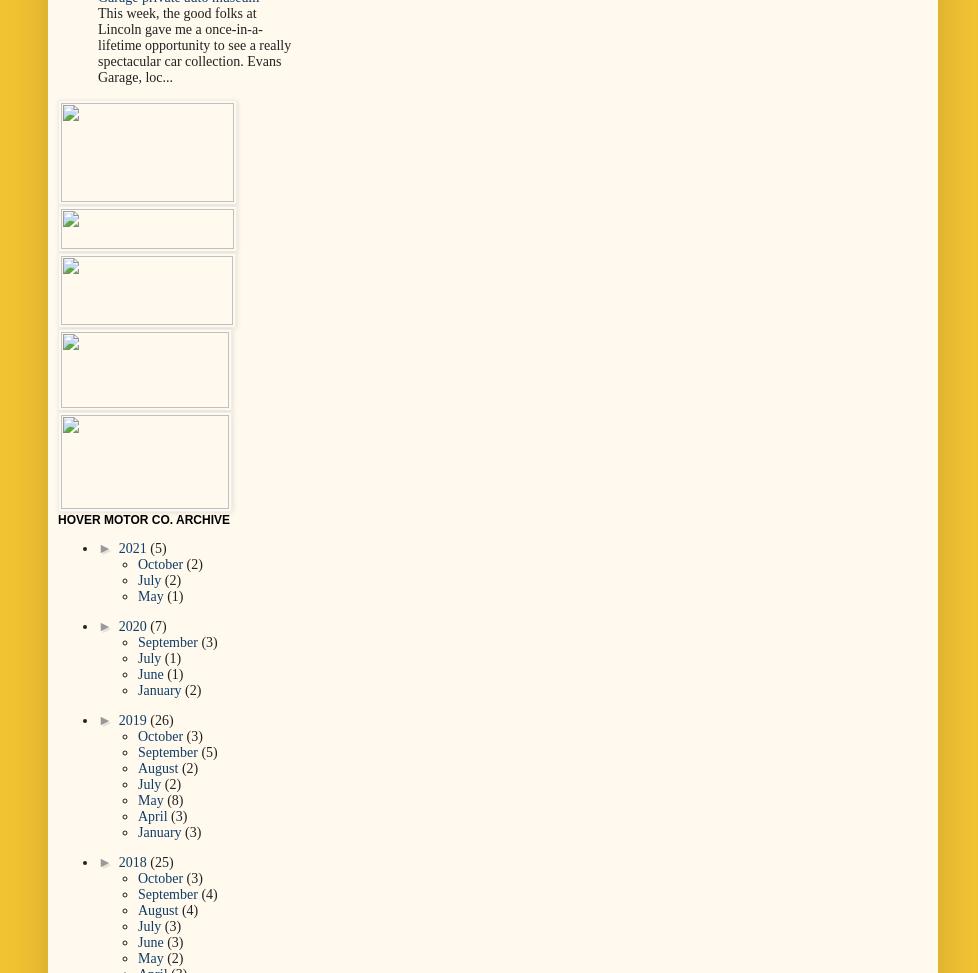 The height and width of the screenshot is (973, 978). What do you see at coordinates (133, 719) in the screenshot?
I see `'2019'` at bounding box center [133, 719].